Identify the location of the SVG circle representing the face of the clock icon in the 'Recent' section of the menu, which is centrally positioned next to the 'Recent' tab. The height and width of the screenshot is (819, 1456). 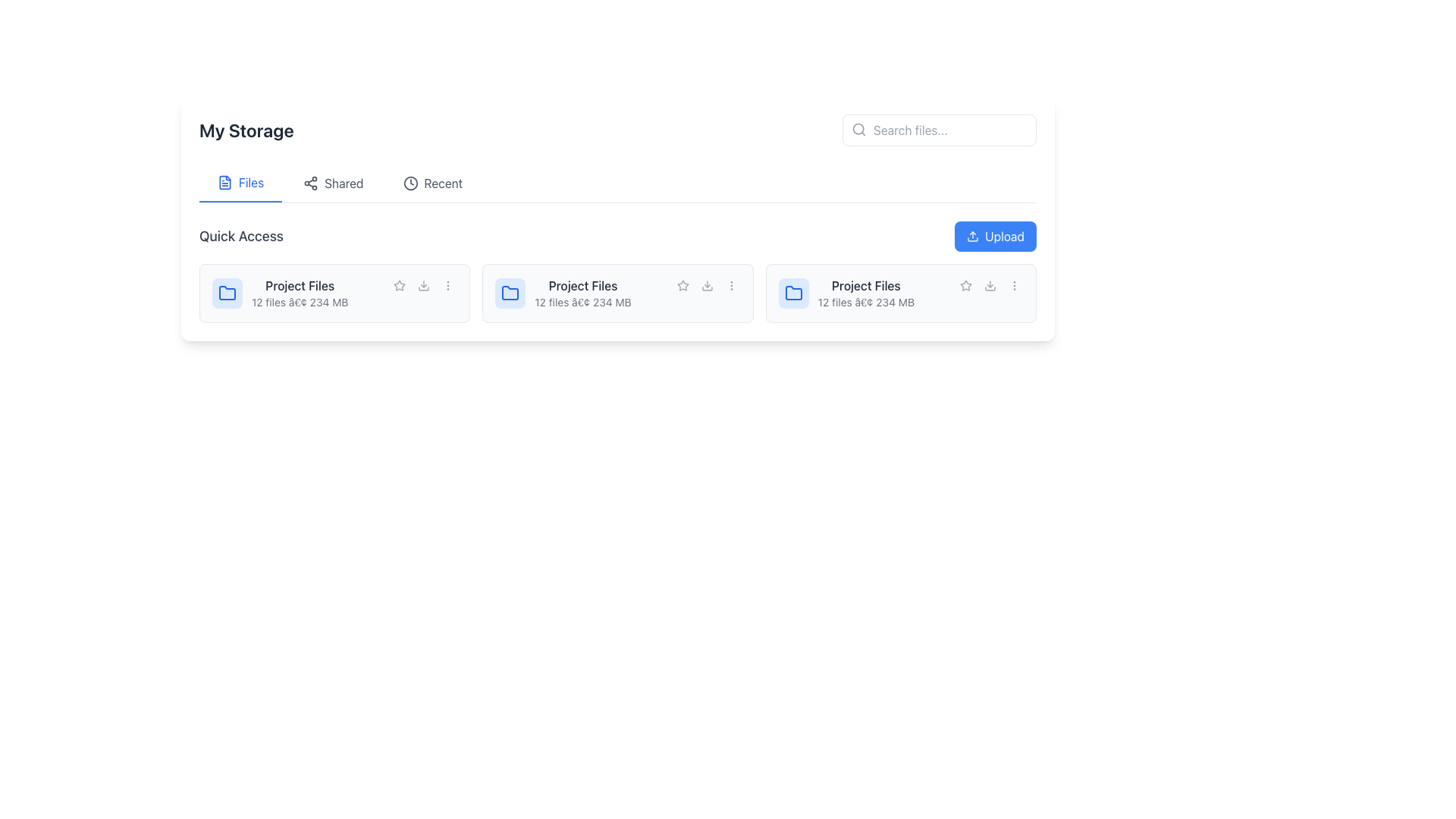
(410, 183).